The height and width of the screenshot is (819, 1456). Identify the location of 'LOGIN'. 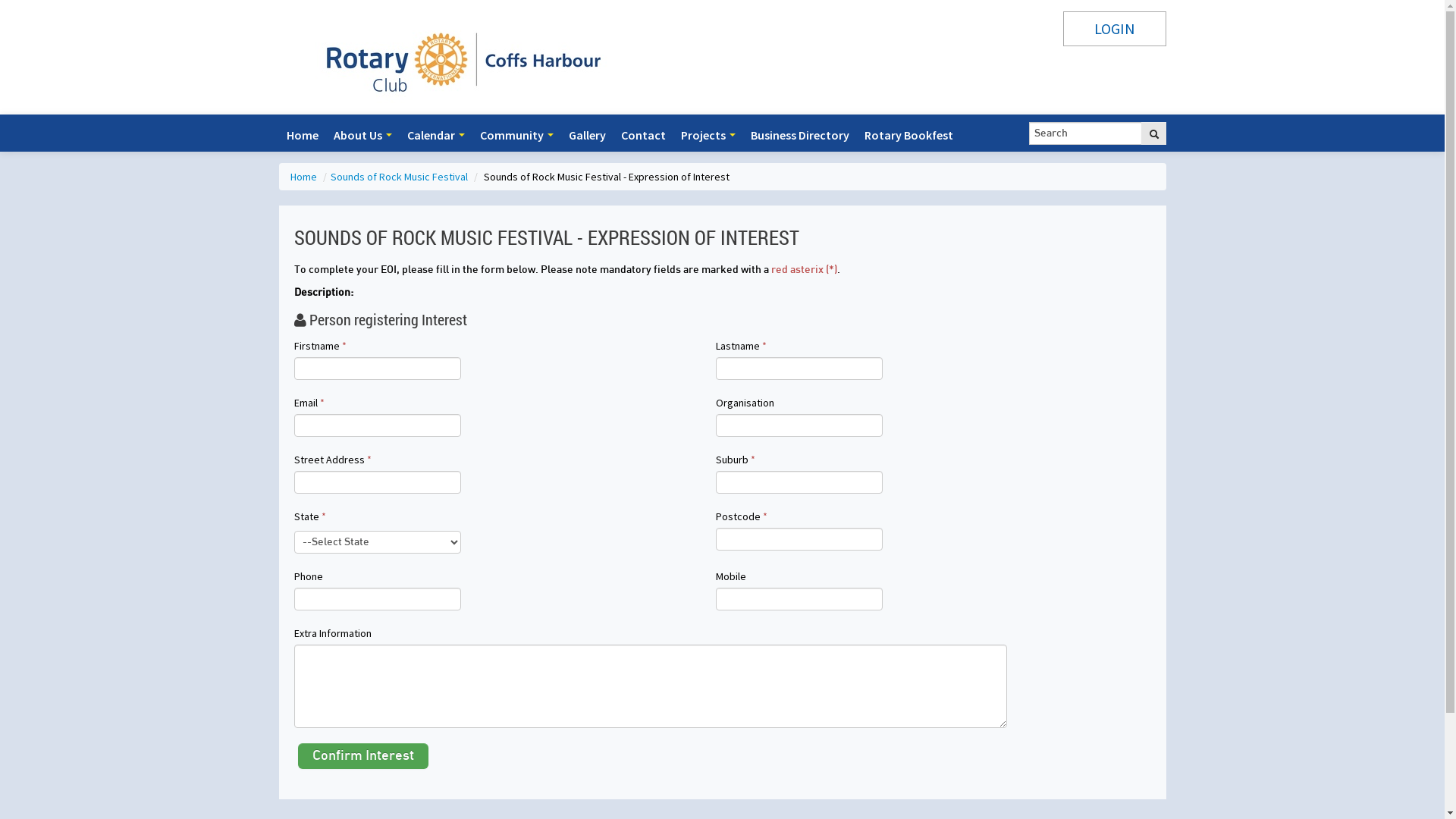
(1114, 29).